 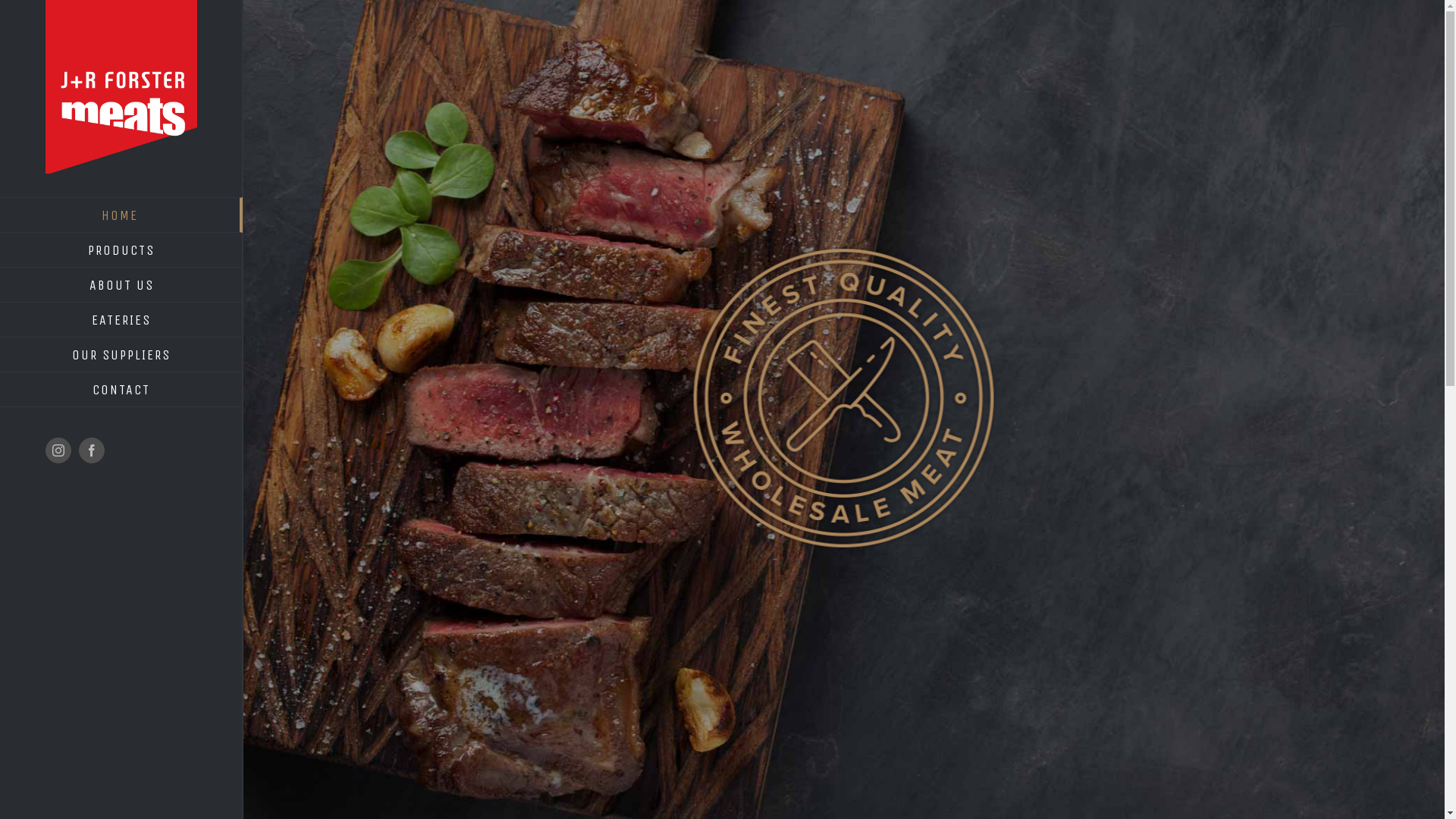 I want to click on 'Instagram', so click(x=45, y=450).